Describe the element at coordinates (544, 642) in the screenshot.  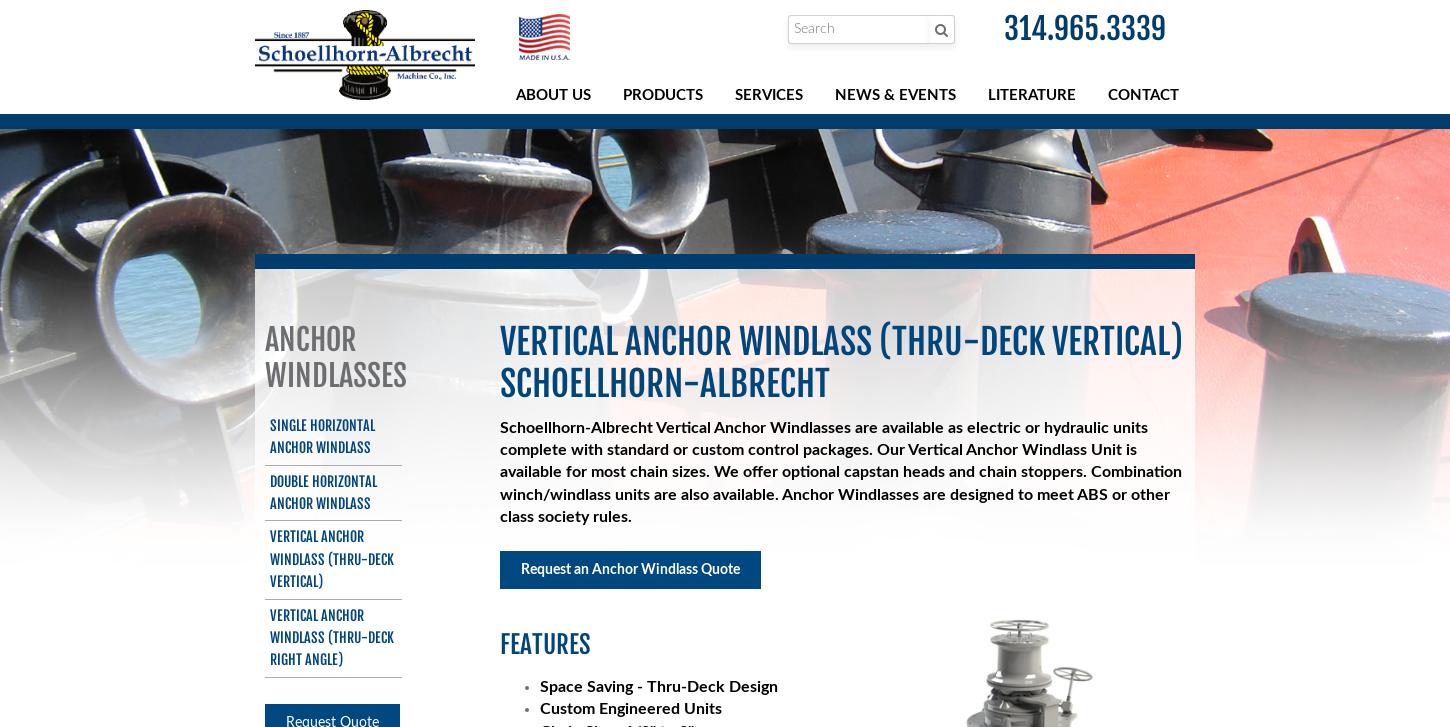
I see `'Features'` at that location.